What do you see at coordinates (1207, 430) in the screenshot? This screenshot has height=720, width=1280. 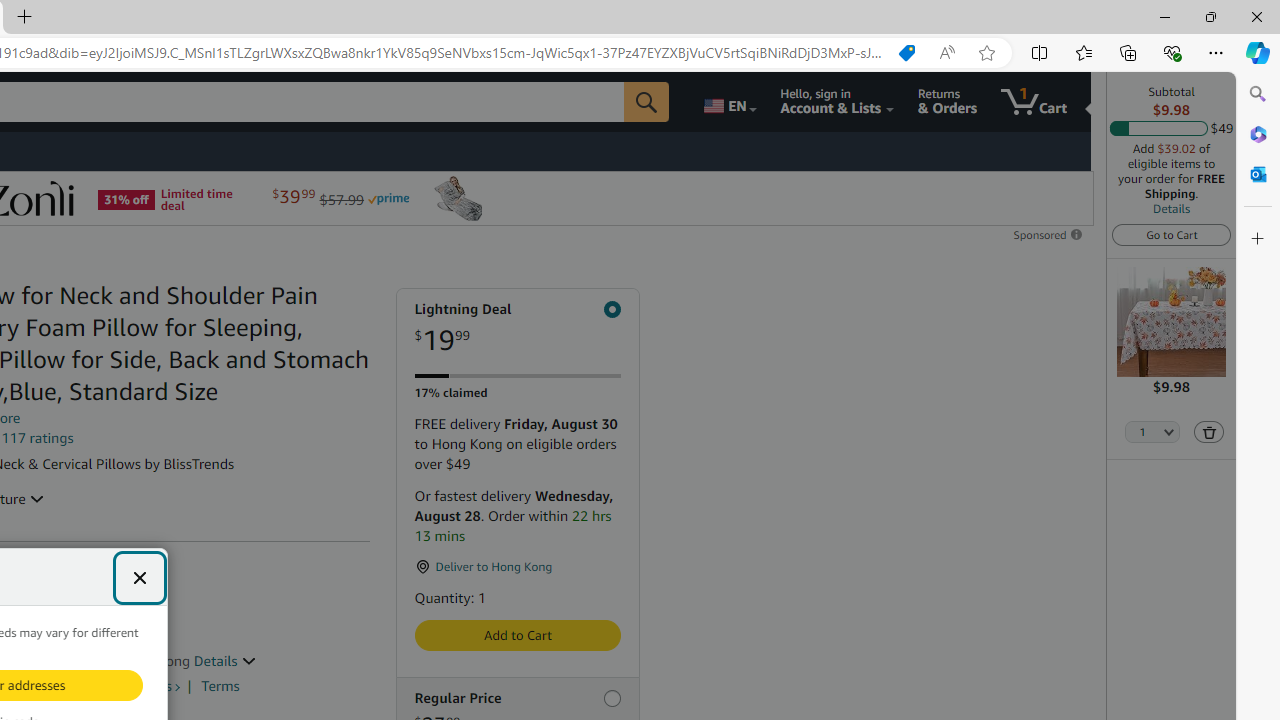 I see `'Delete'` at bounding box center [1207, 430].